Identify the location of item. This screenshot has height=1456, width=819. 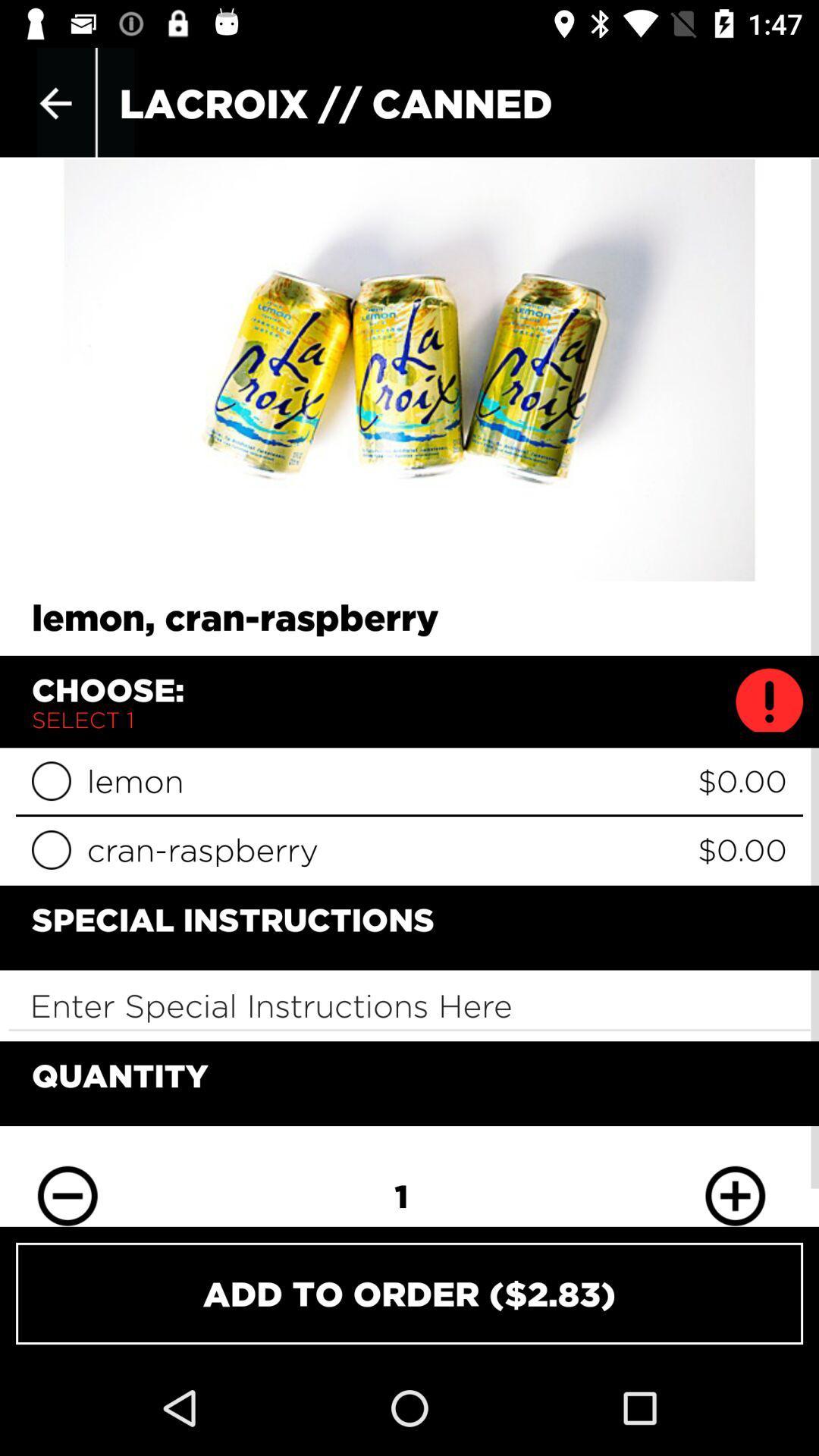
(50, 781).